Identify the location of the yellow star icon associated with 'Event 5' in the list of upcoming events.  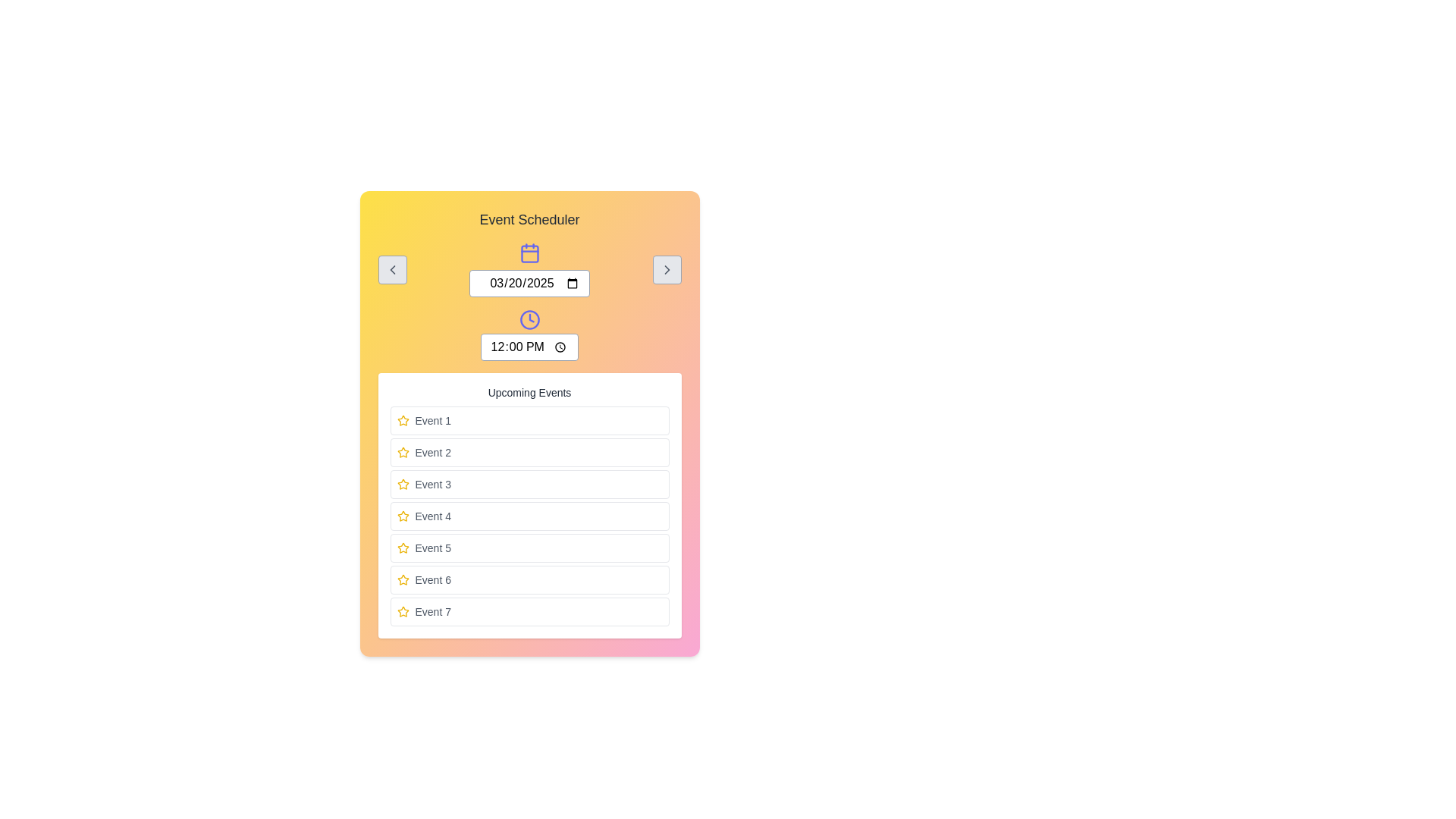
(403, 548).